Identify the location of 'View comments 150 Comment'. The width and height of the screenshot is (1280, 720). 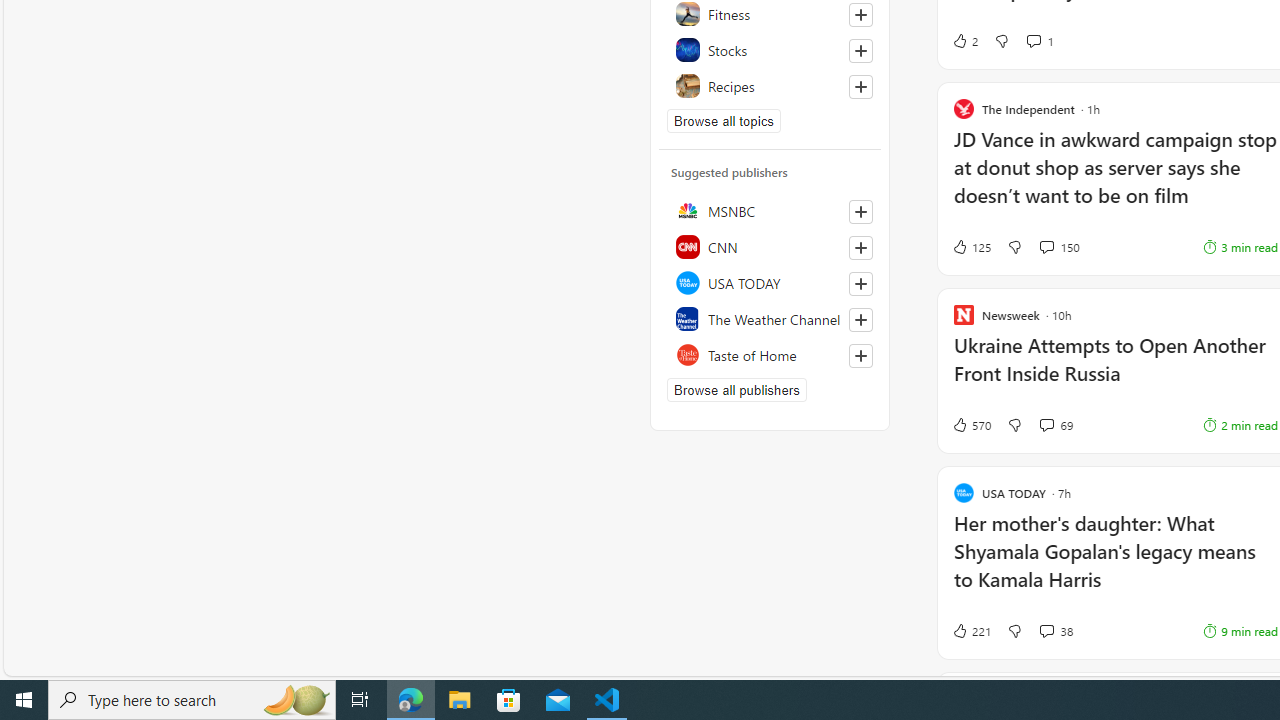
(1058, 245).